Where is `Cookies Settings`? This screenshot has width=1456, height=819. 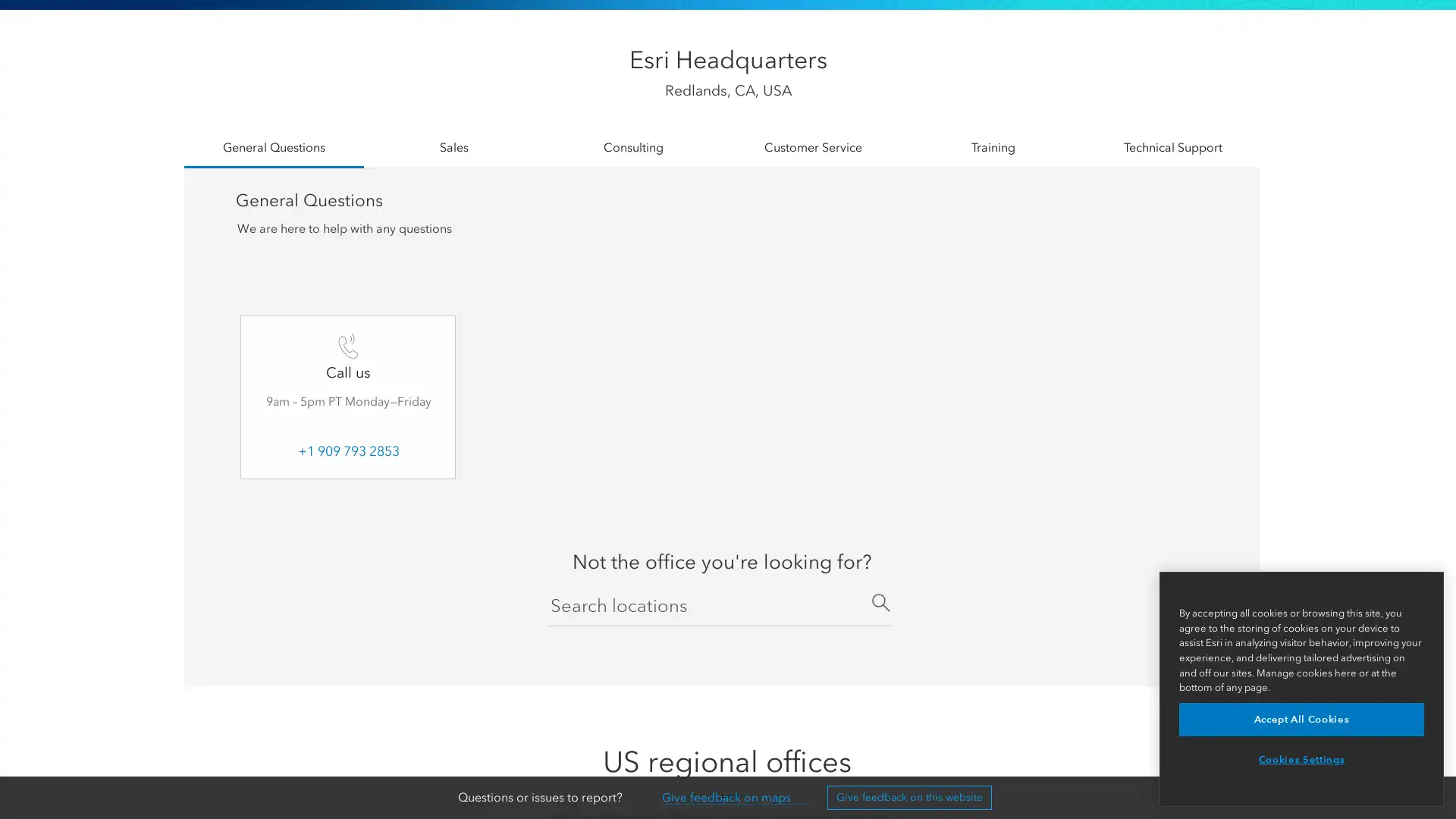 Cookies Settings is located at coordinates (1301, 760).